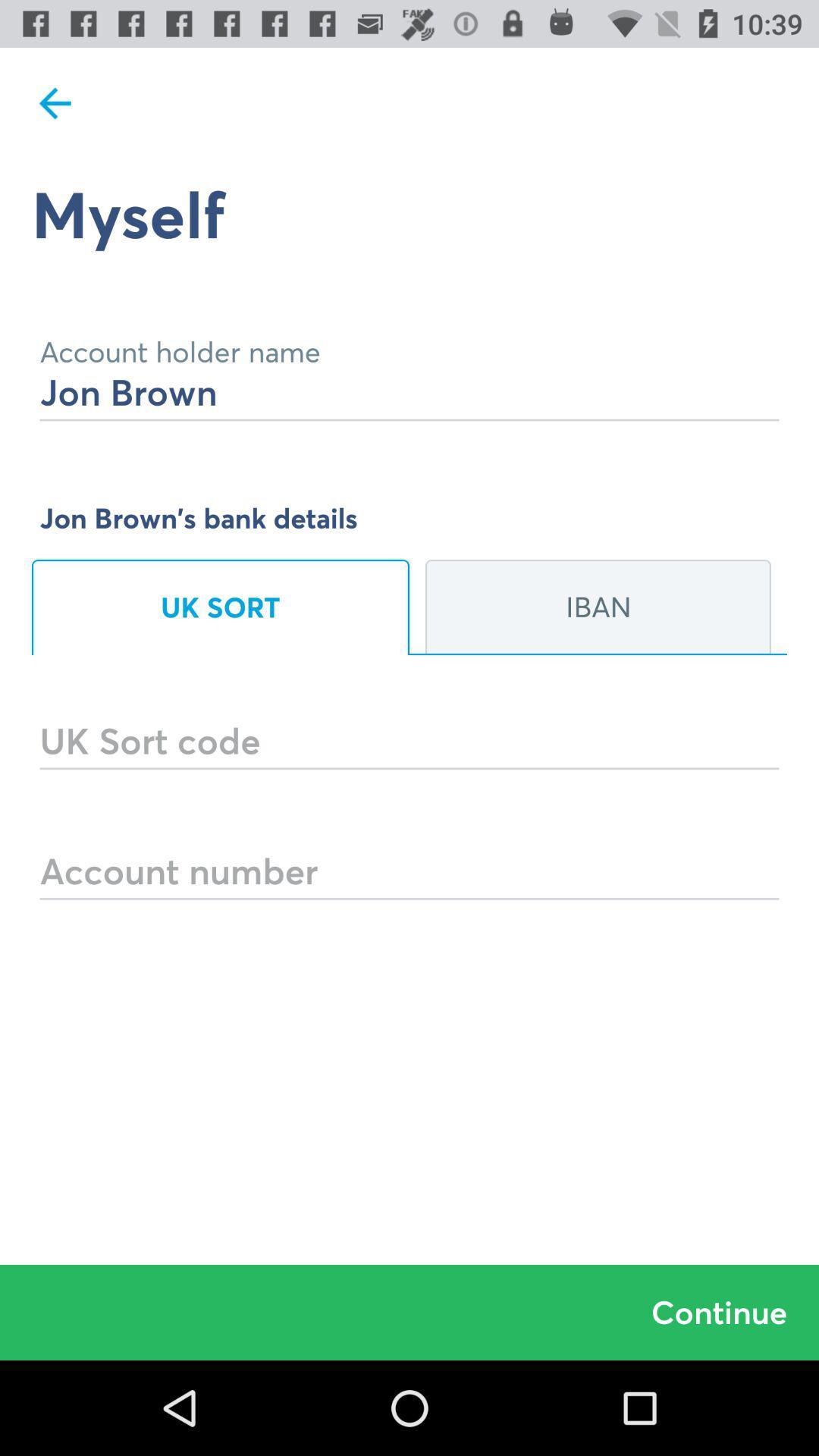 The height and width of the screenshot is (1456, 819). What do you see at coordinates (220, 607) in the screenshot?
I see `uk sort` at bounding box center [220, 607].